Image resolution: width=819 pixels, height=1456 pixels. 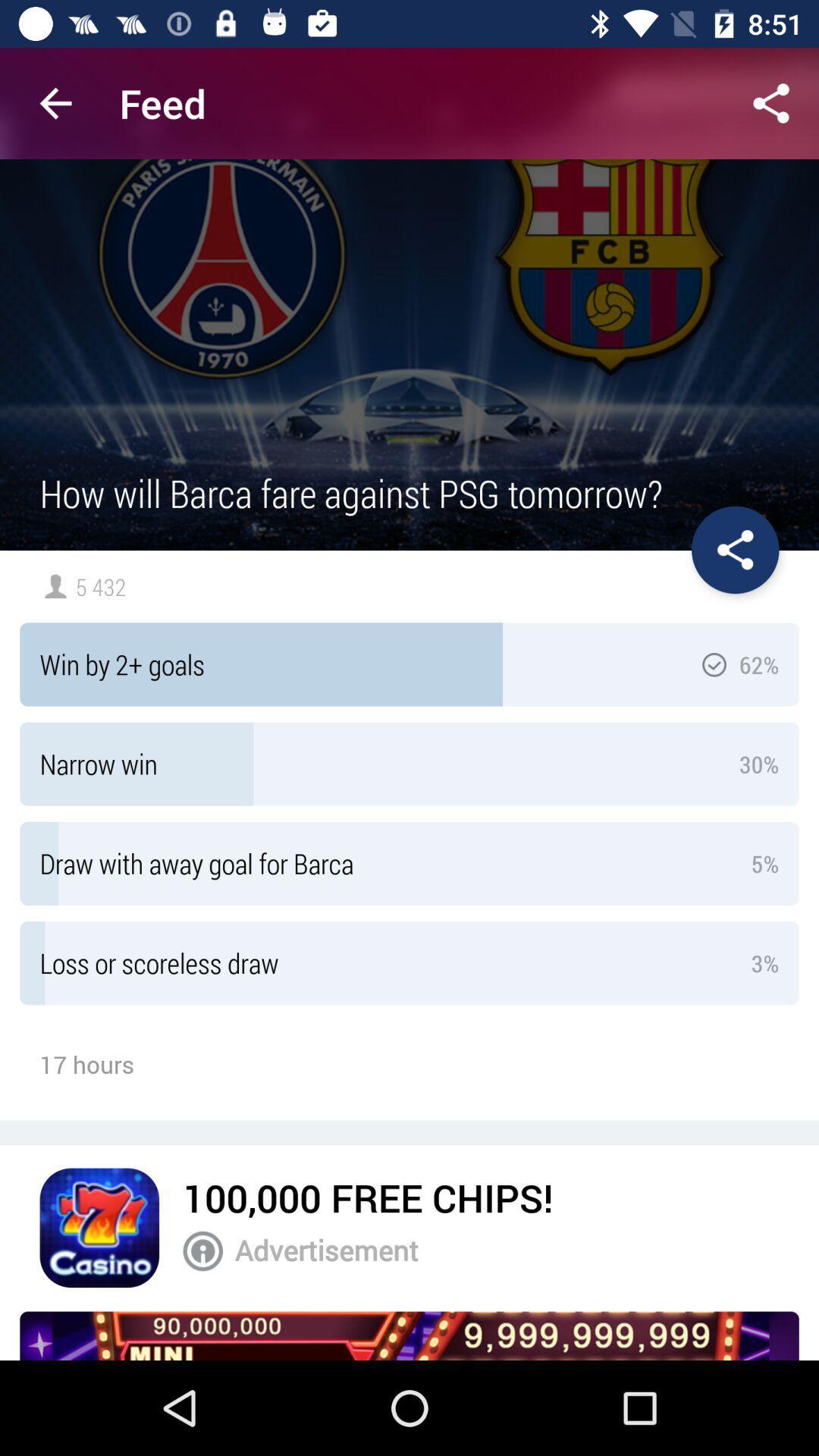 What do you see at coordinates (409, 1335) in the screenshot?
I see `tap to view` at bounding box center [409, 1335].